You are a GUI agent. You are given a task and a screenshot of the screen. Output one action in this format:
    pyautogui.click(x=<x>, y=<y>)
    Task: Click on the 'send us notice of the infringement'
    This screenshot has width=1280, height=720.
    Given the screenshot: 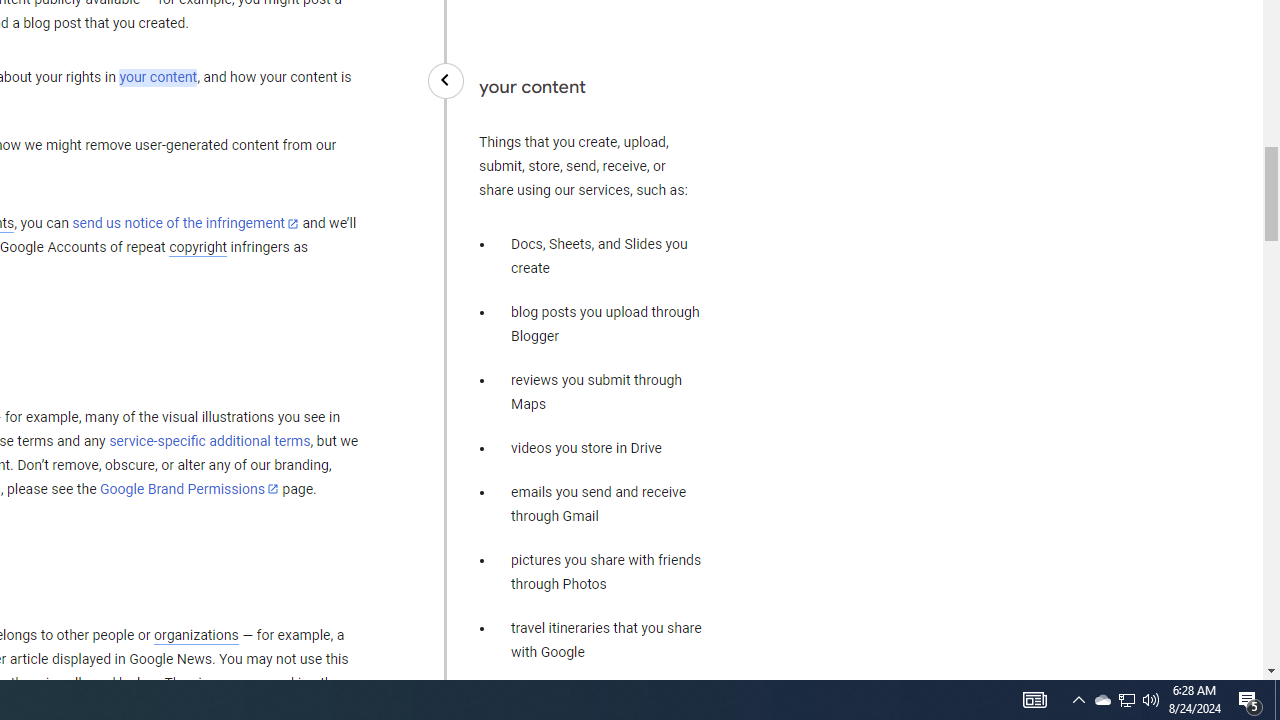 What is the action you would take?
    pyautogui.click(x=185, y=224)
    